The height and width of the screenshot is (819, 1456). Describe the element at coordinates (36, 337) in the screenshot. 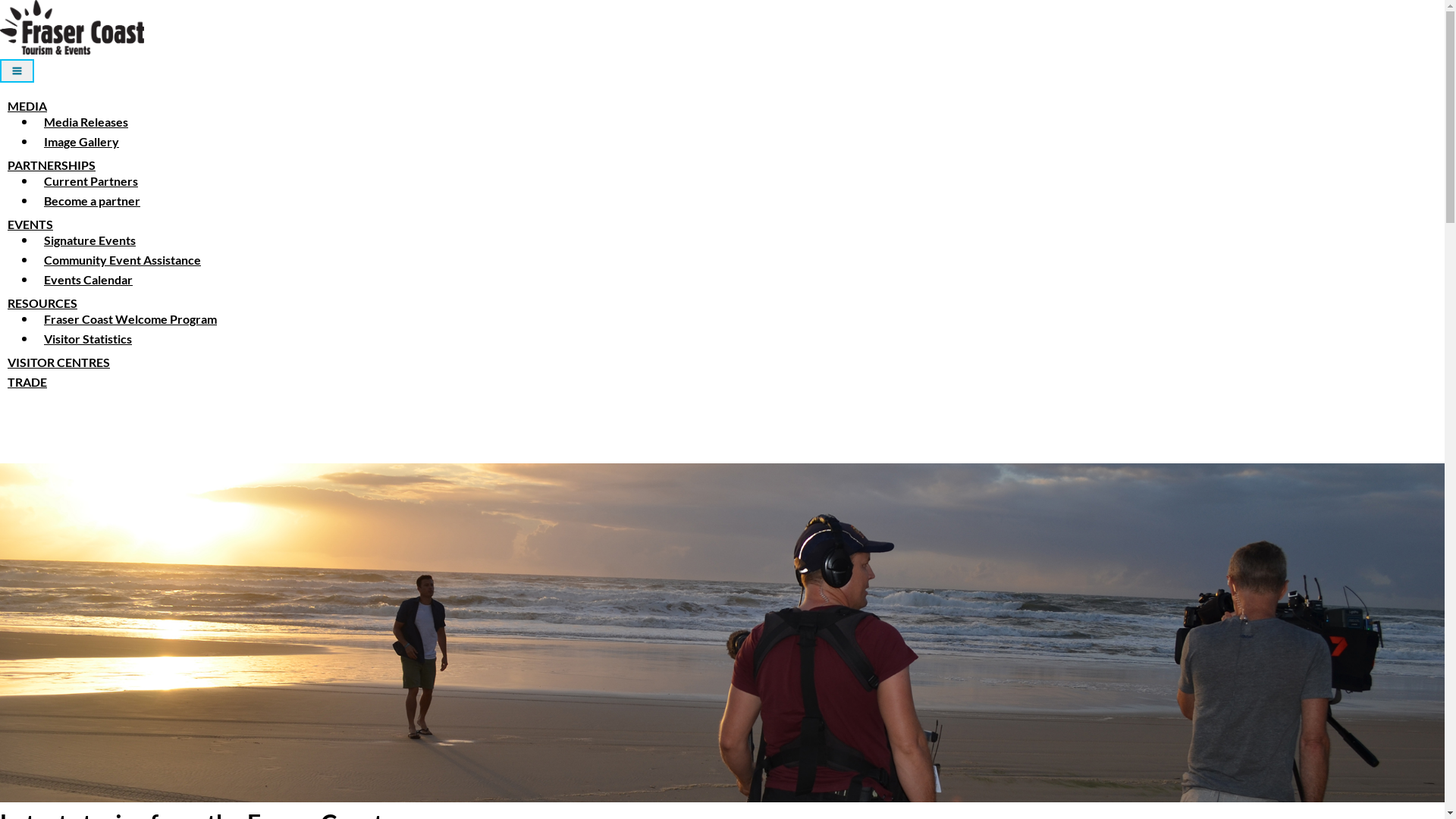

I see `'Visitor Statistics'` at that location.